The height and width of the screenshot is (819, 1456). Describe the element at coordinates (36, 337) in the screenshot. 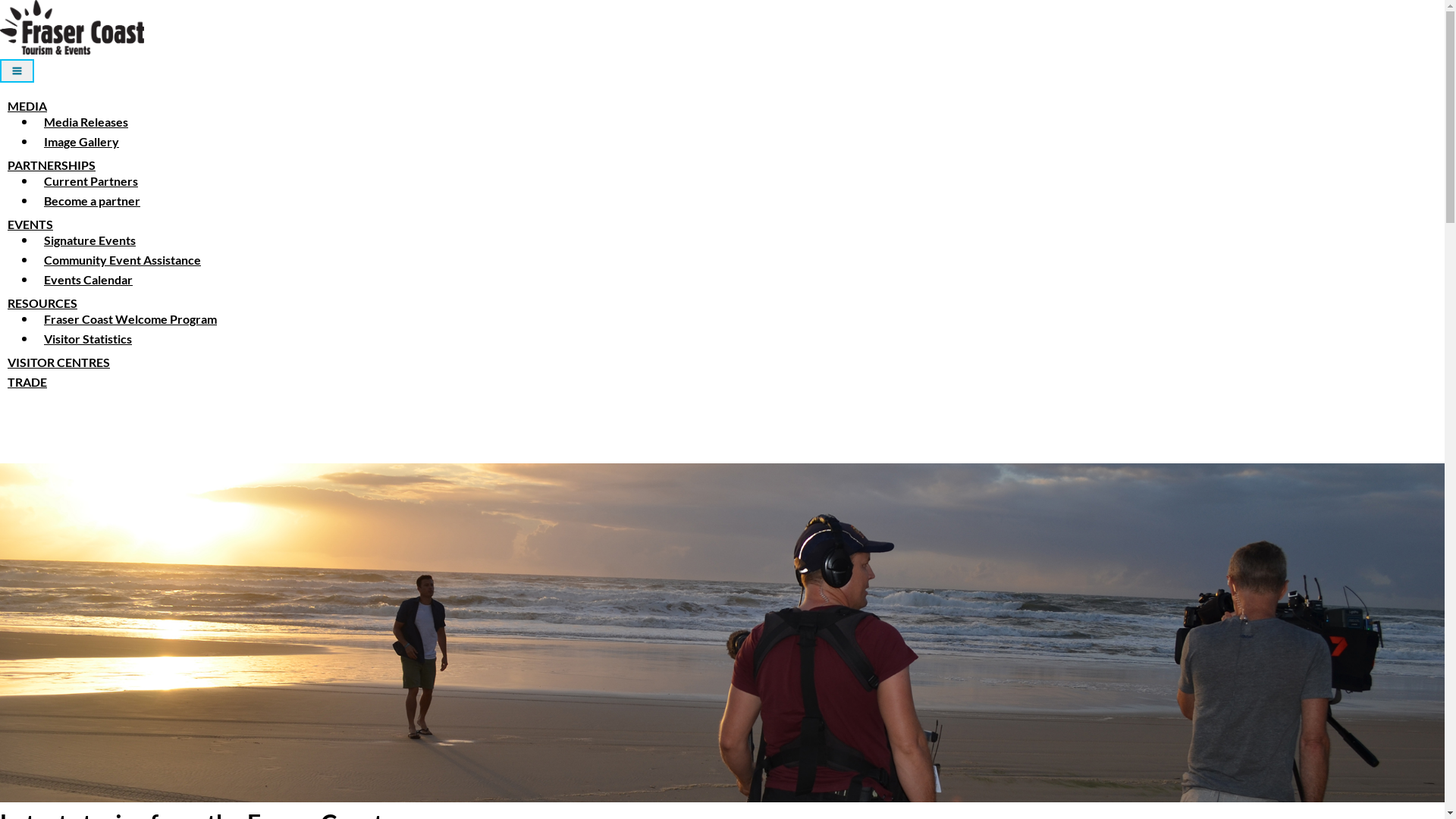

I see `'Visitor Statistics'` at that location.